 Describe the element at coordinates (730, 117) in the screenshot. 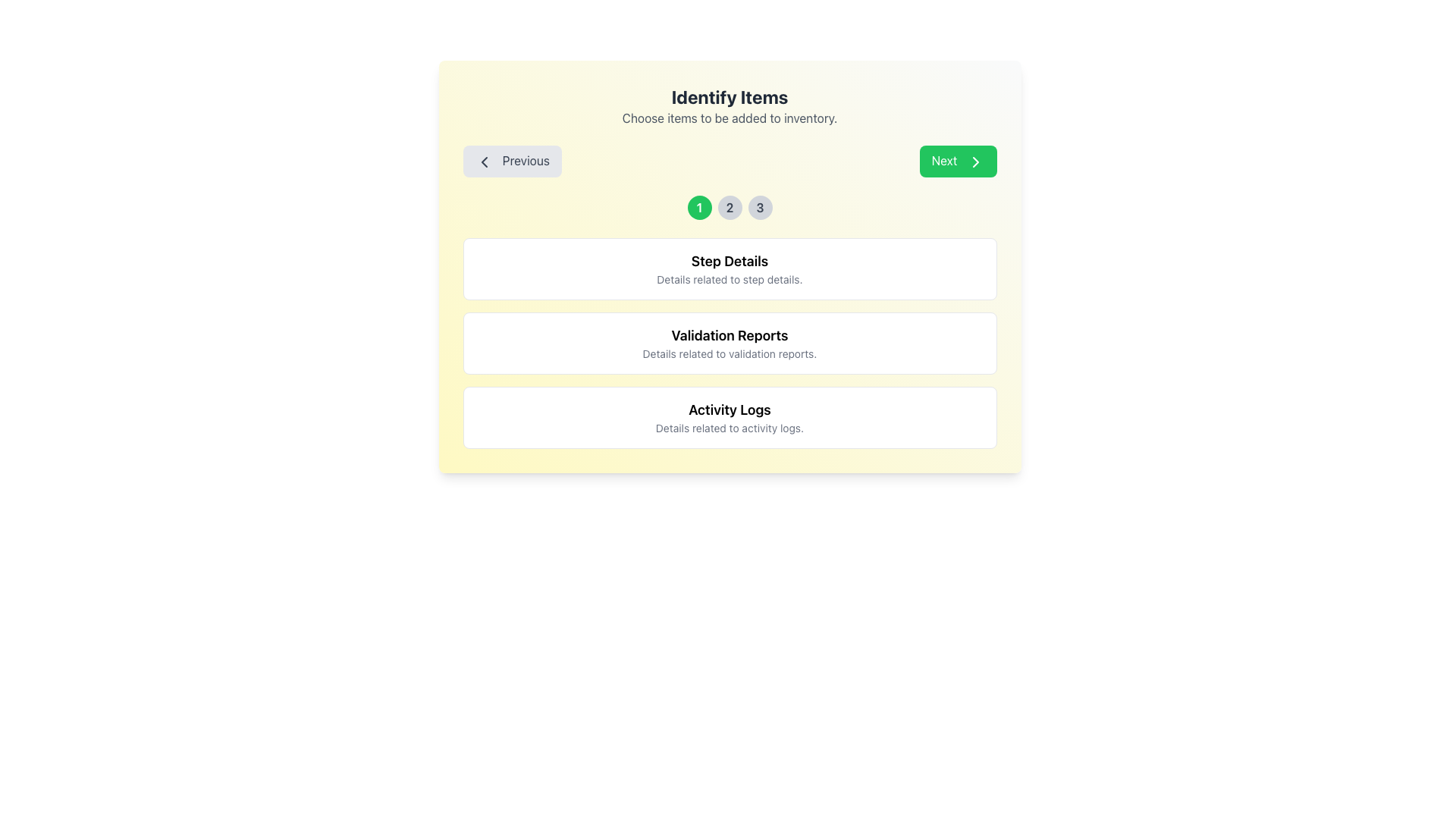

I see `the text label that reads 'Choose items to be added to inventory.' which is located directly beneath the bold header 'Identify Items.'` at that location.